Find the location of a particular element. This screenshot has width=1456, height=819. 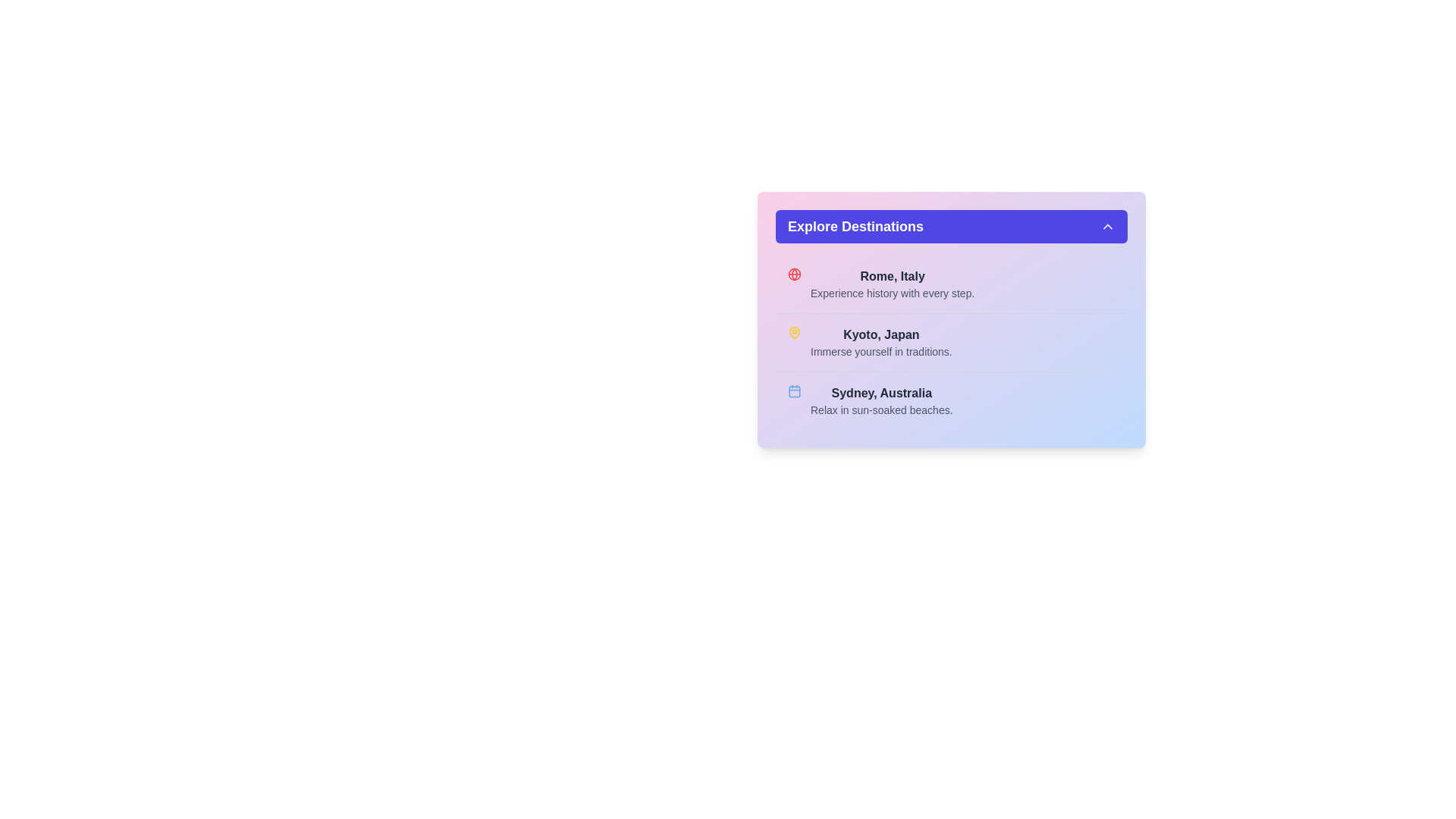

the upward-pointing chevron icon, which is styled in white and located within the blue 'Explore Destinations' button is located at coordinates (1107, 227).